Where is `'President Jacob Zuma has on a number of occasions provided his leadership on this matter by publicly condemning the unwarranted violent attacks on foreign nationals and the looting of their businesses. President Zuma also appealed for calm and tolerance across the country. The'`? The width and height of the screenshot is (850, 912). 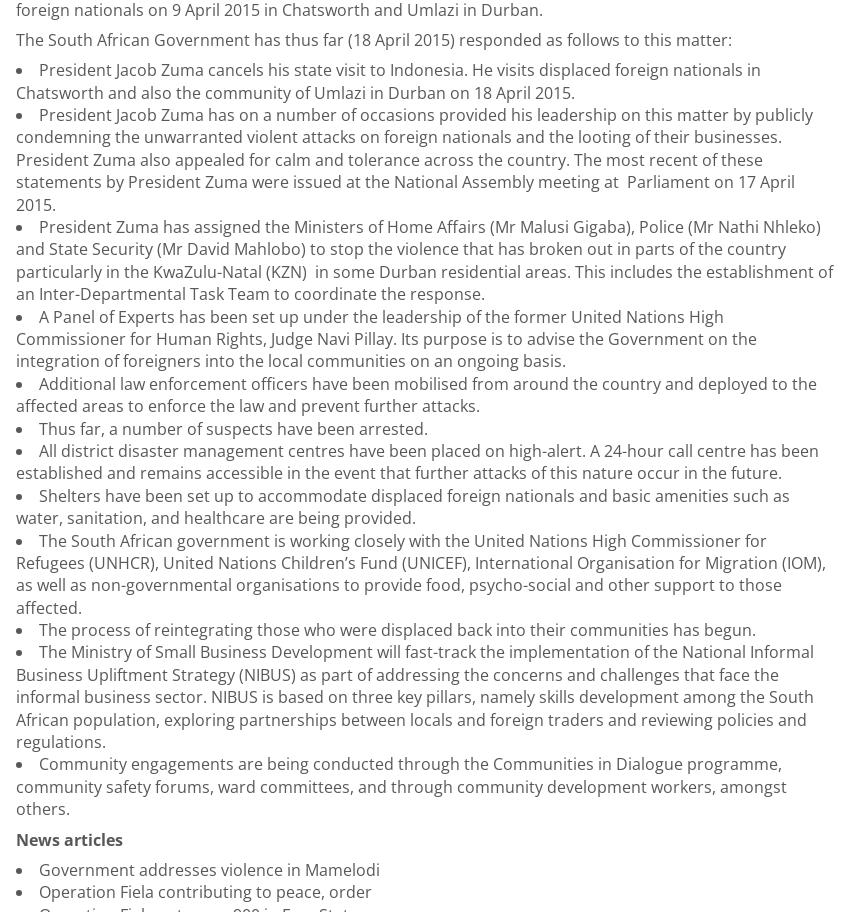 'President Jacob Zuma has on a number of occasions provided his leadership on this matter by publicly condemning the unwarranted violent attacks on foreign nationals and the looting of their businesses. President Zuma also appealed for calm and tolerance across the country. The' is located at coordinates (414, 135).